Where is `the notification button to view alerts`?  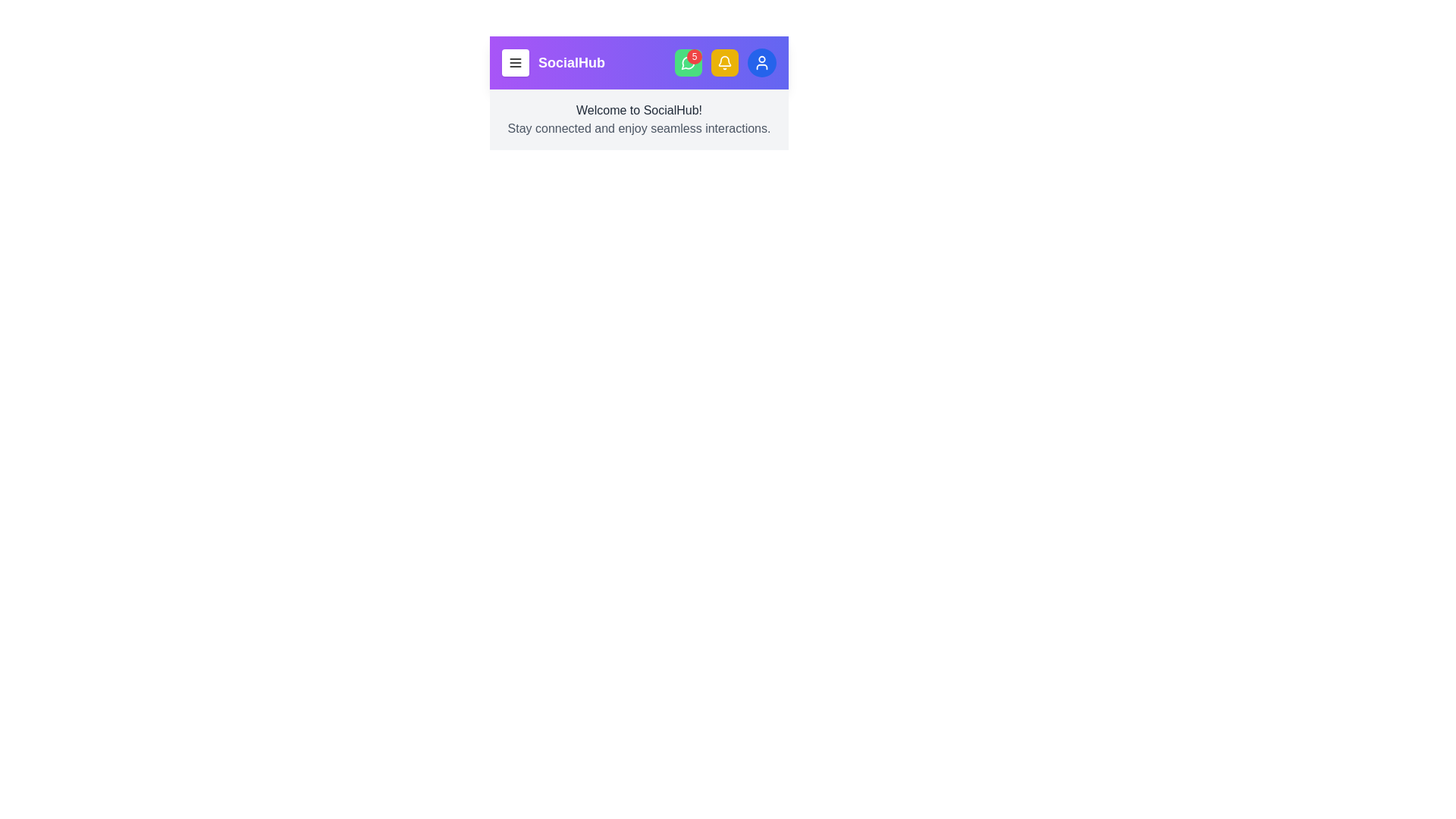 the notification button to view alerts is located at coordinates (723, 62).